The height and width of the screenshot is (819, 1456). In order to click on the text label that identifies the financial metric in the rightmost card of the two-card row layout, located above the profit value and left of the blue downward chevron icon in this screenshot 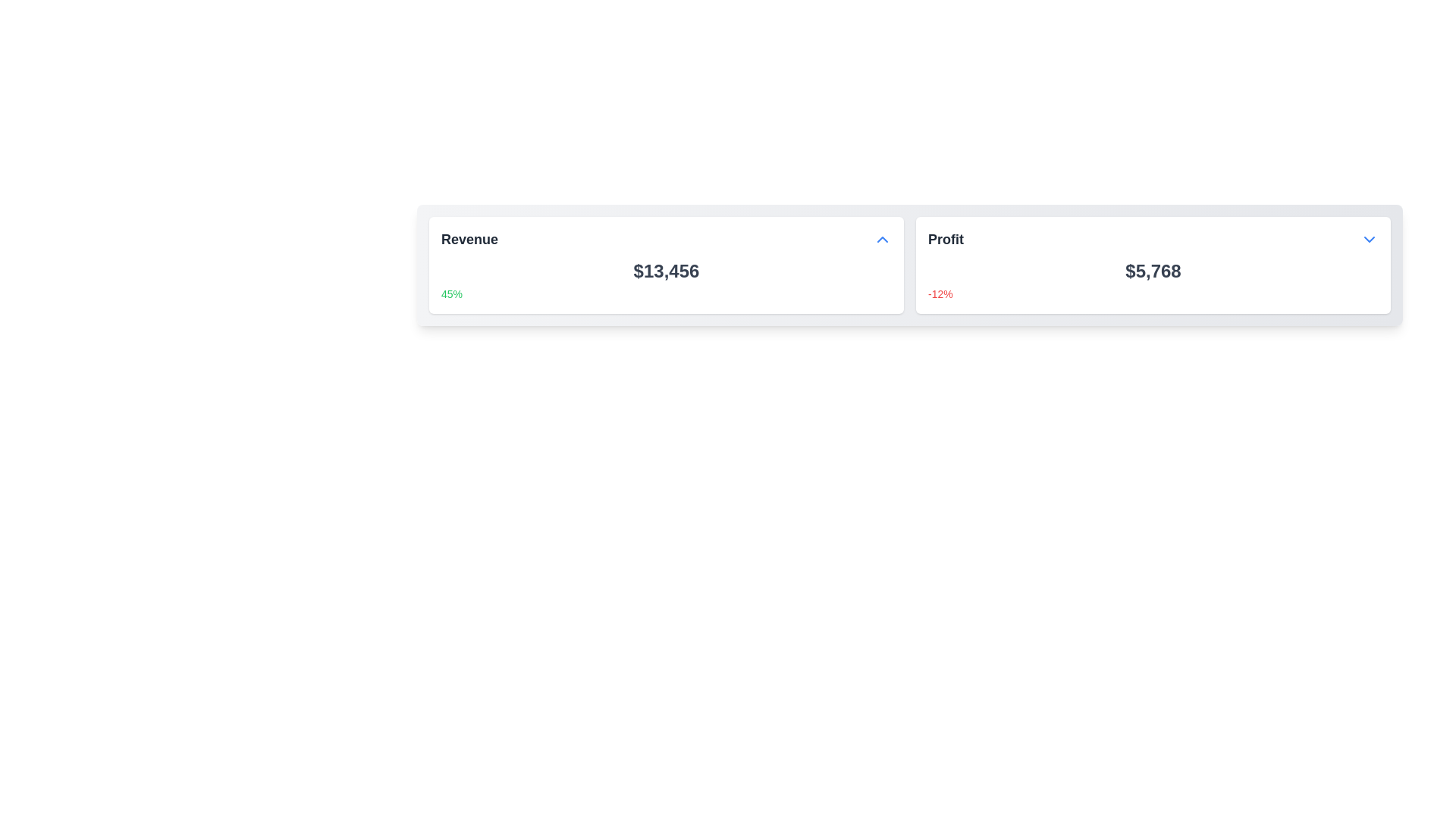, I will do `click(945, 239)`.